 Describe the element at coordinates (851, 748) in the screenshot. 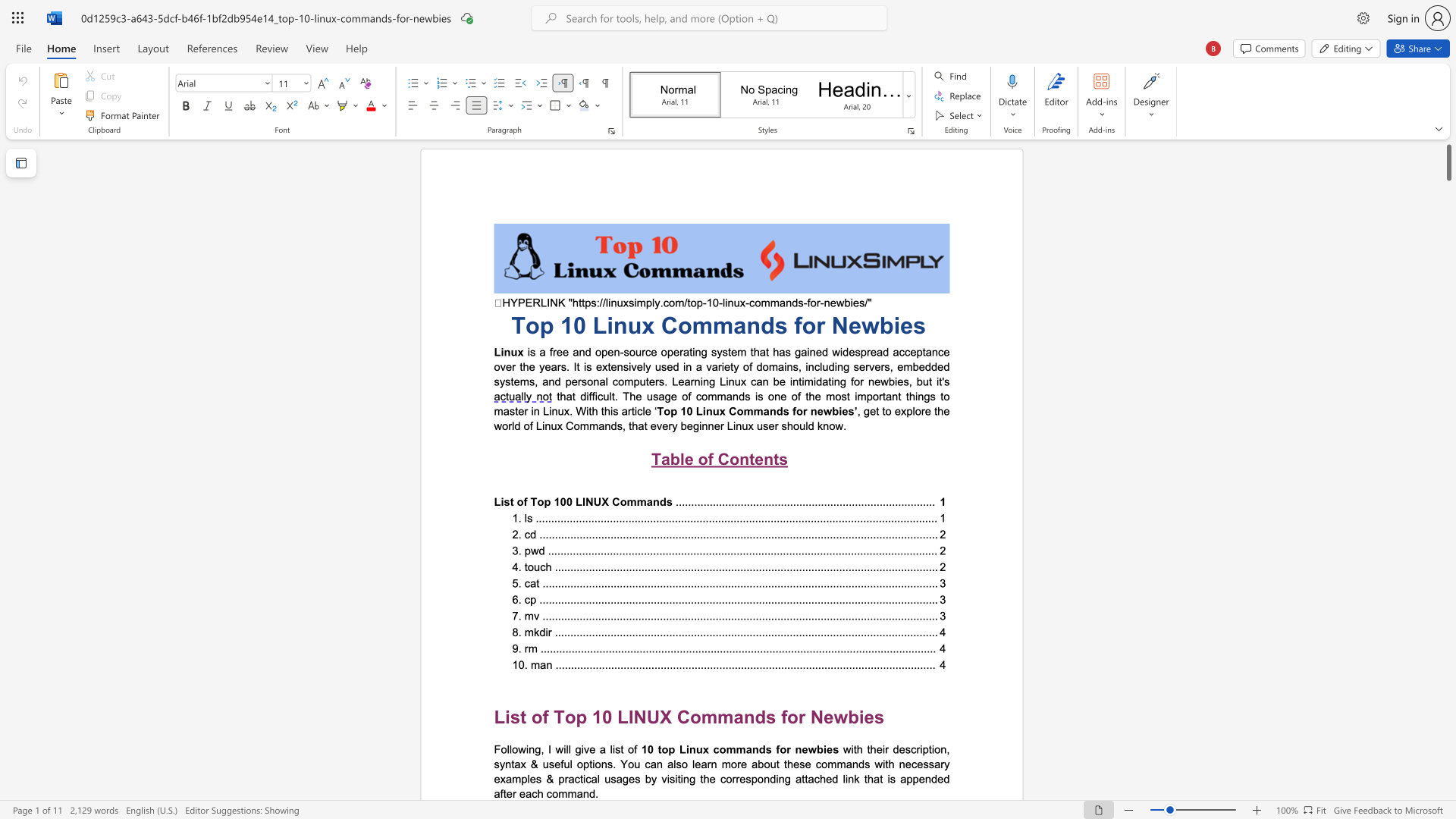

I see `the subset text "ith their description, syntax & useful options. You can also learn more about these commands with necessary examples & practical usages by visiting the corresponding attached link that is appended after each comman" within the text "with their description, syntax & useful options. You can also learn more about these commands with necessary examples & practical usages by visiting the corresponding attached link that is appended after each command."` at that location.